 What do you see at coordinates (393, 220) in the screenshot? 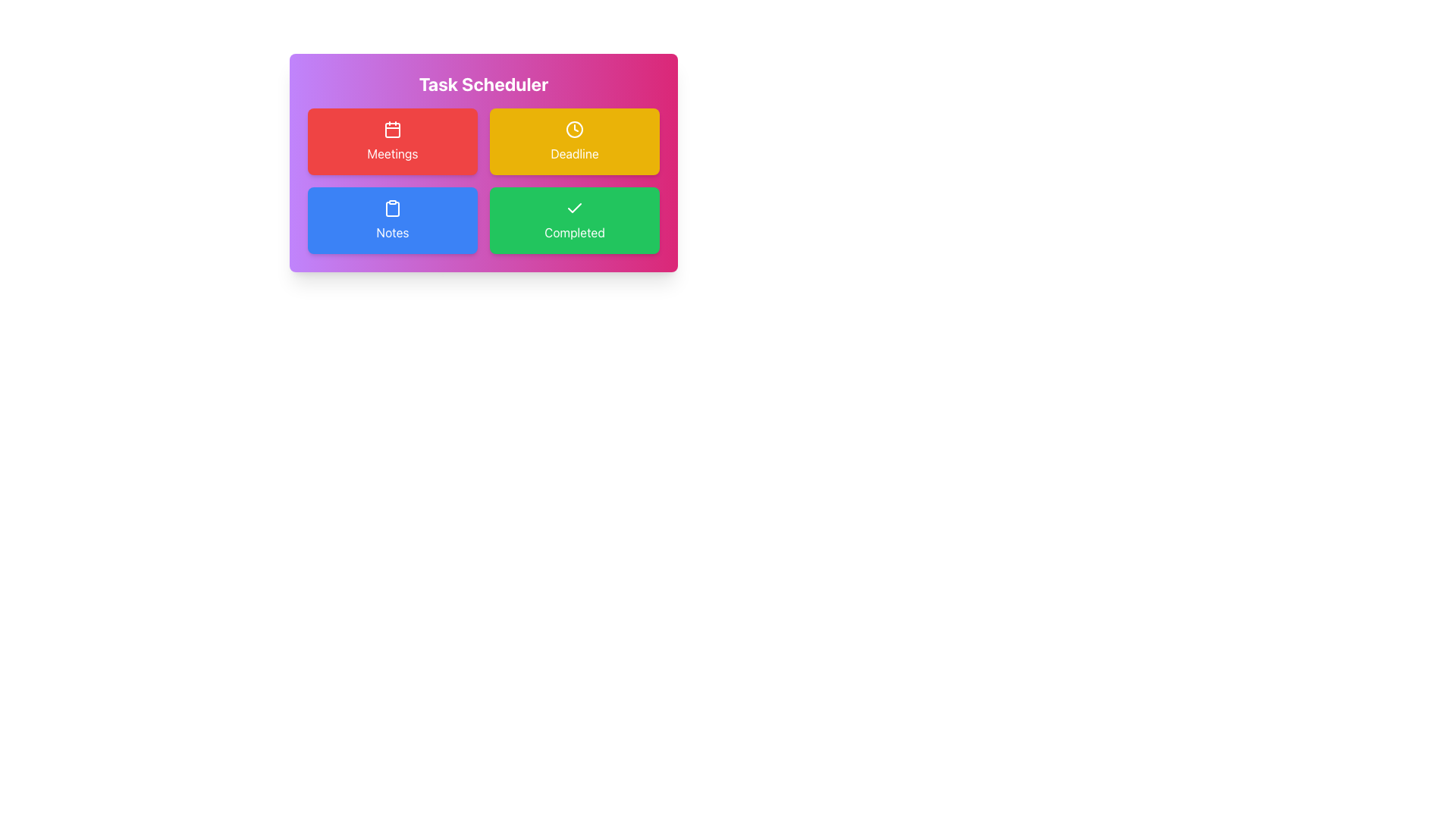
I see `the 'Notes' button` at bounding box center [393, 220].